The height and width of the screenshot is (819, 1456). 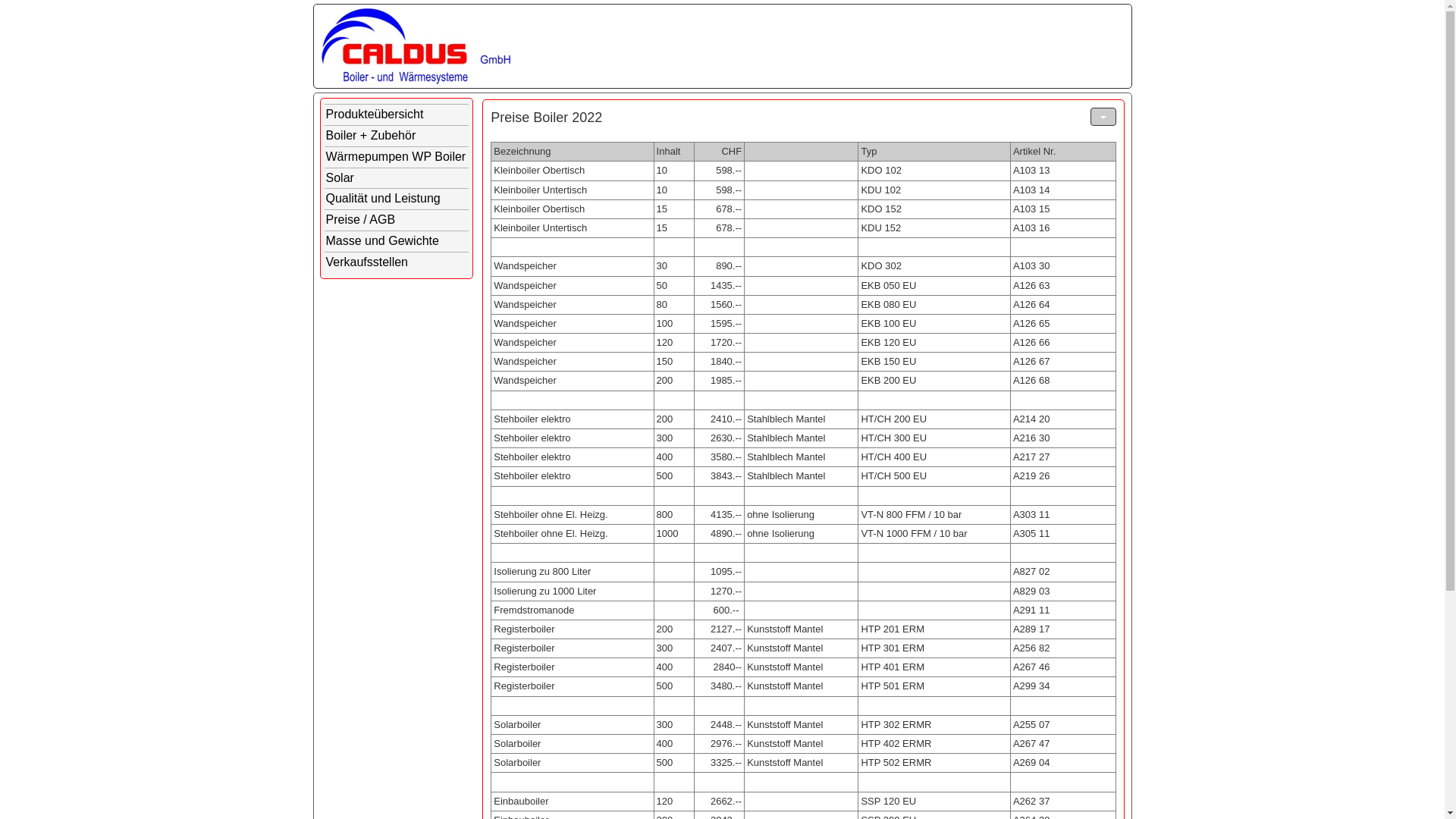 I want to click on 'Preise / AGB', so click(x=397, y=220).